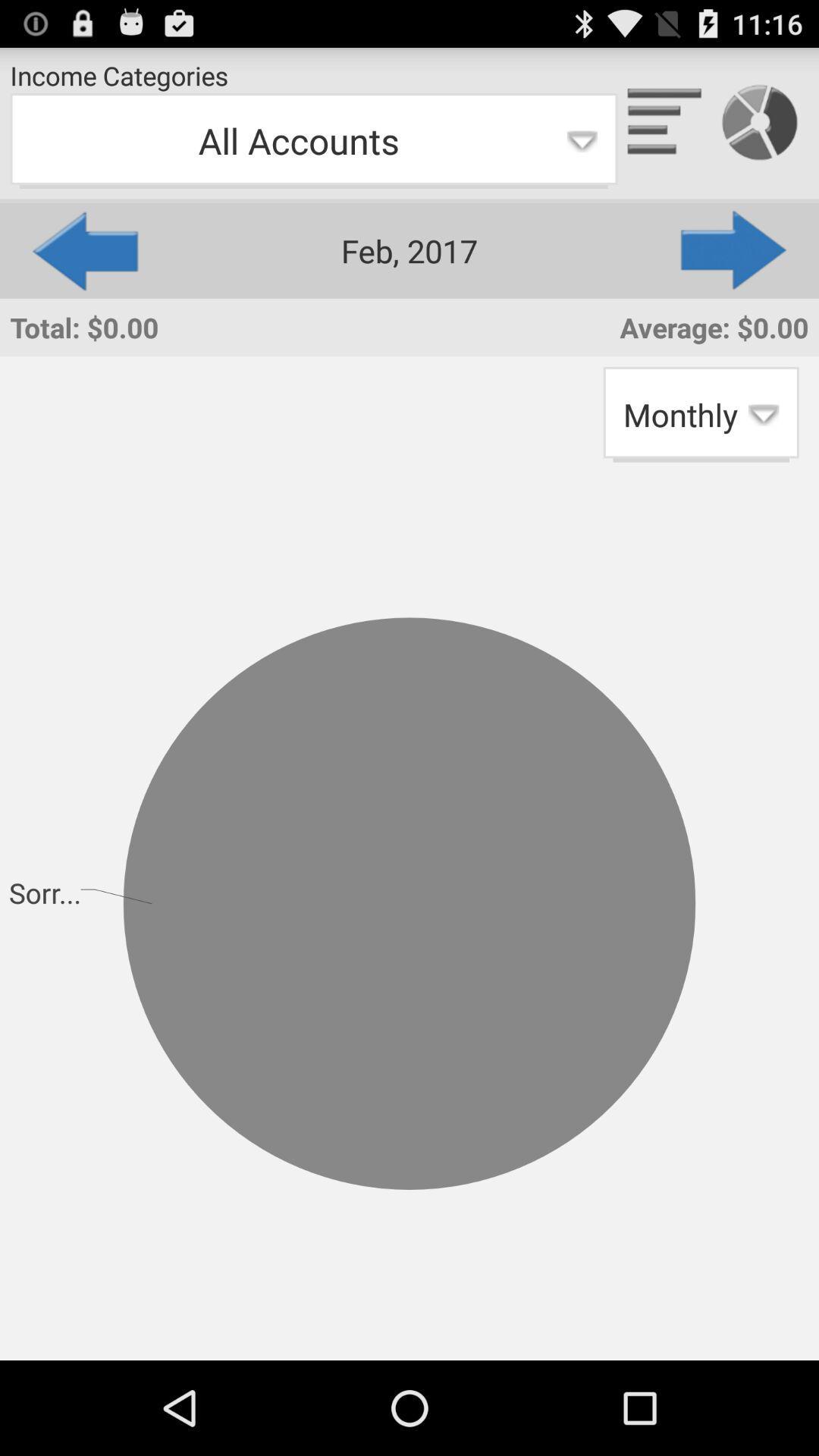 This screenshot has height=1456, width=819. Describe the element at coordinates (312, 141) in the screenshot. I see `the all accounts button` at that location.